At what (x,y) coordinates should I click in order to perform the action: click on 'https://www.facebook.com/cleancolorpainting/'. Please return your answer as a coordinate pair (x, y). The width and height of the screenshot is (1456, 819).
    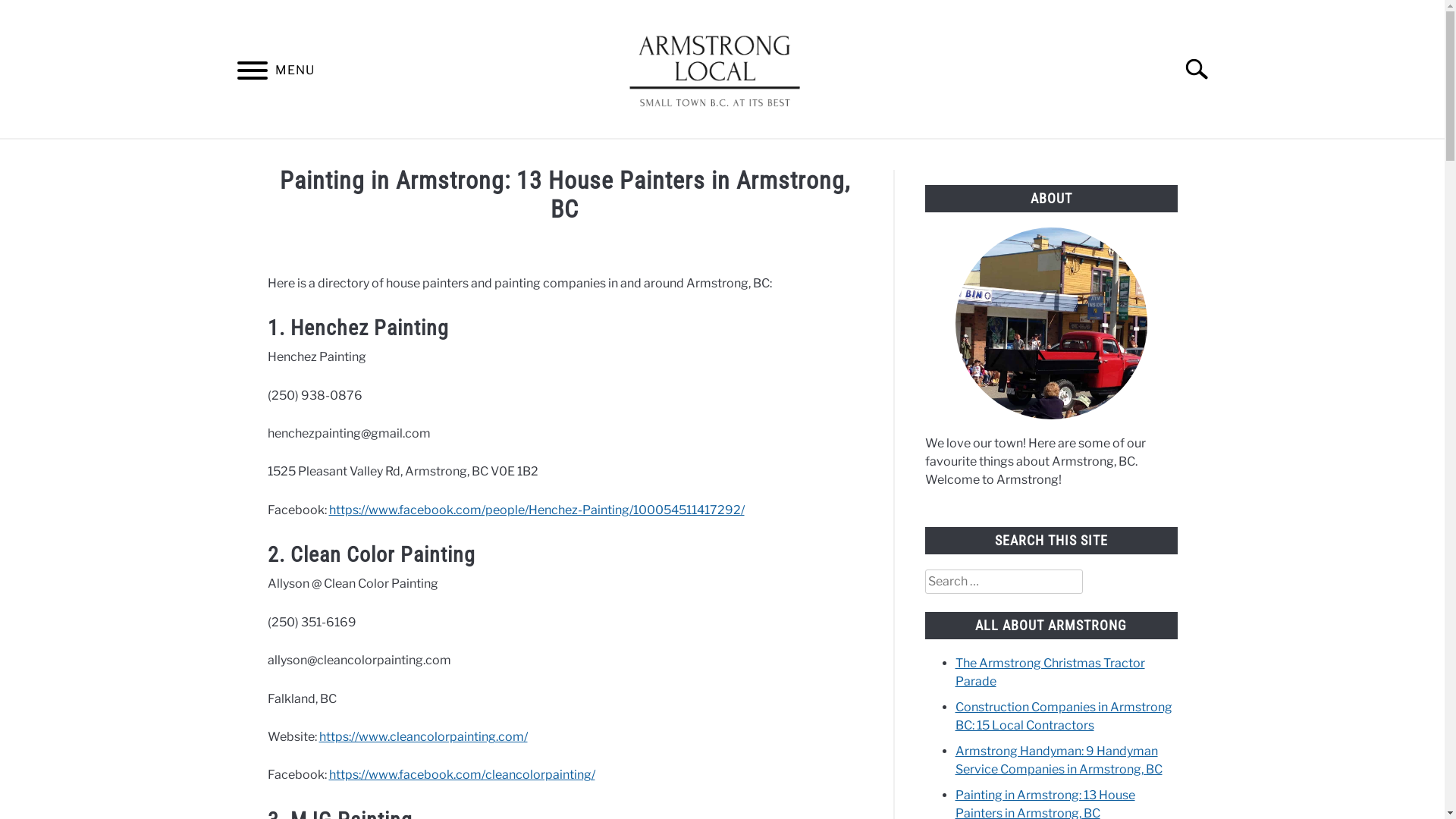
    Looking at the image, I should click on (461, 774).